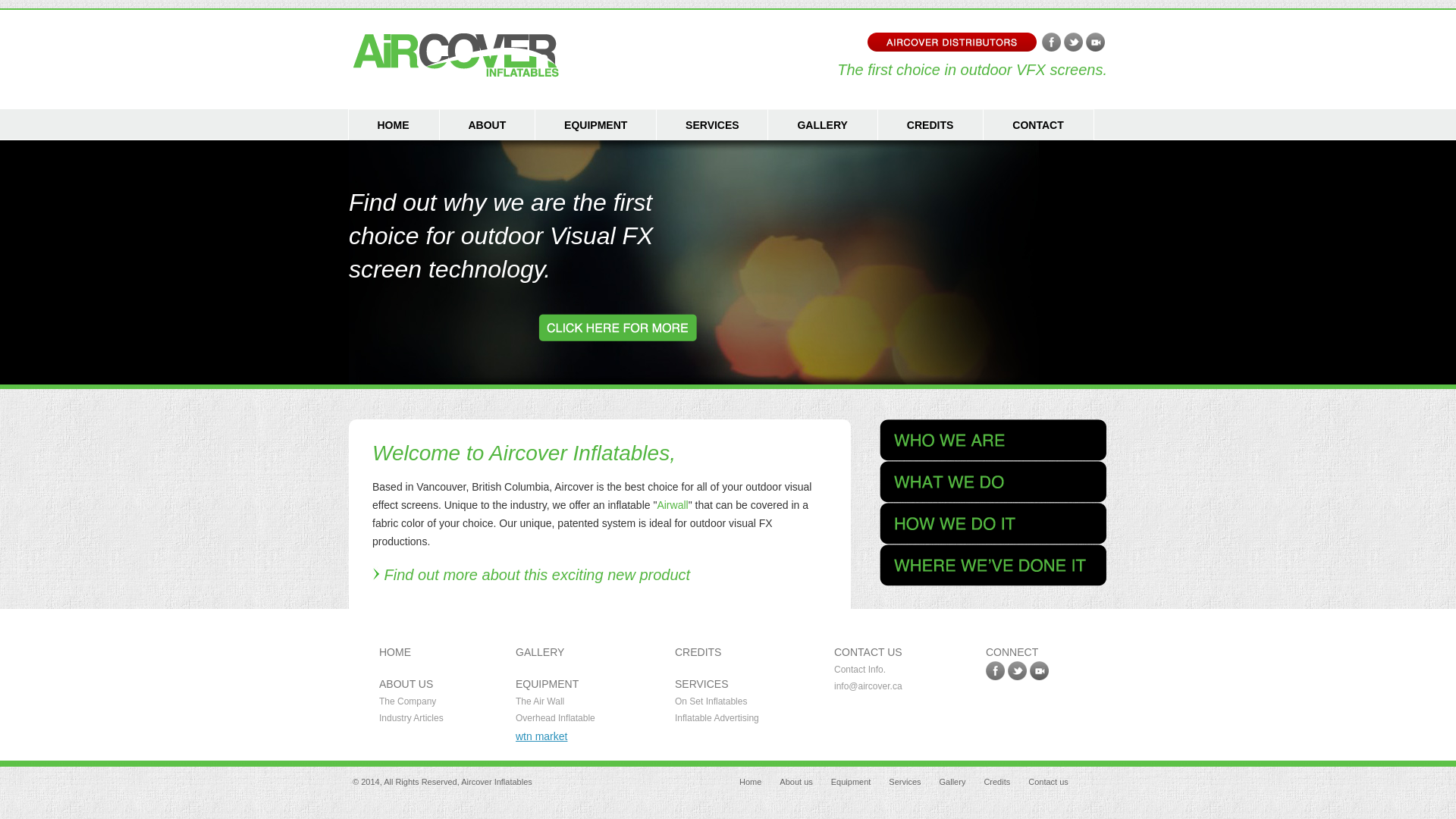 This screenshot has height=819, width=1456. I want to click on 'CONTACT', so click(1037, 124).